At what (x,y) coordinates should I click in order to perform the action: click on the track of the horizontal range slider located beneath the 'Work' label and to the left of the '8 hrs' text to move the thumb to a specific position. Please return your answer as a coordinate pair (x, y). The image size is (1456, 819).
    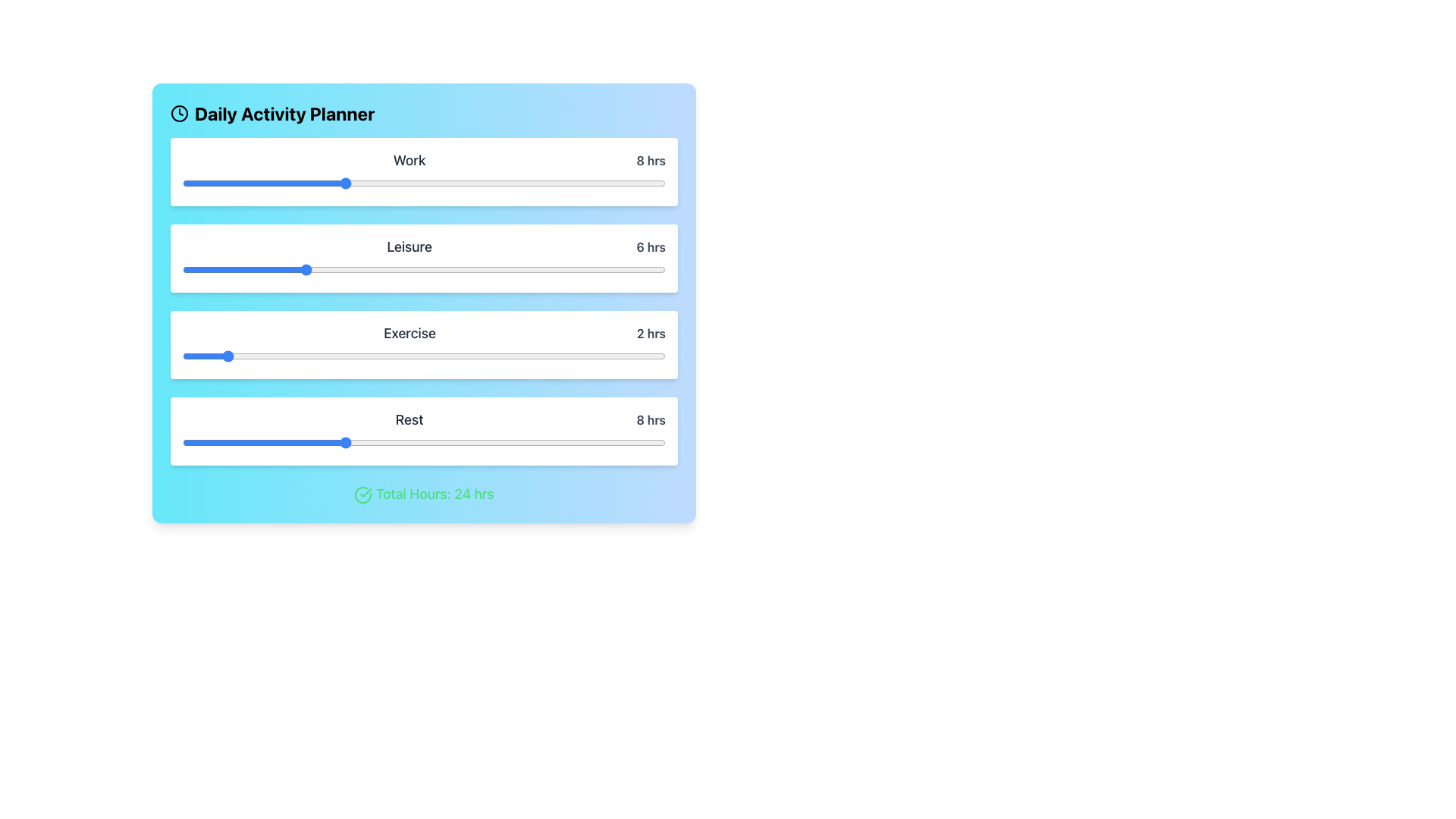
    Looking at the image, I should click on (424, 183).